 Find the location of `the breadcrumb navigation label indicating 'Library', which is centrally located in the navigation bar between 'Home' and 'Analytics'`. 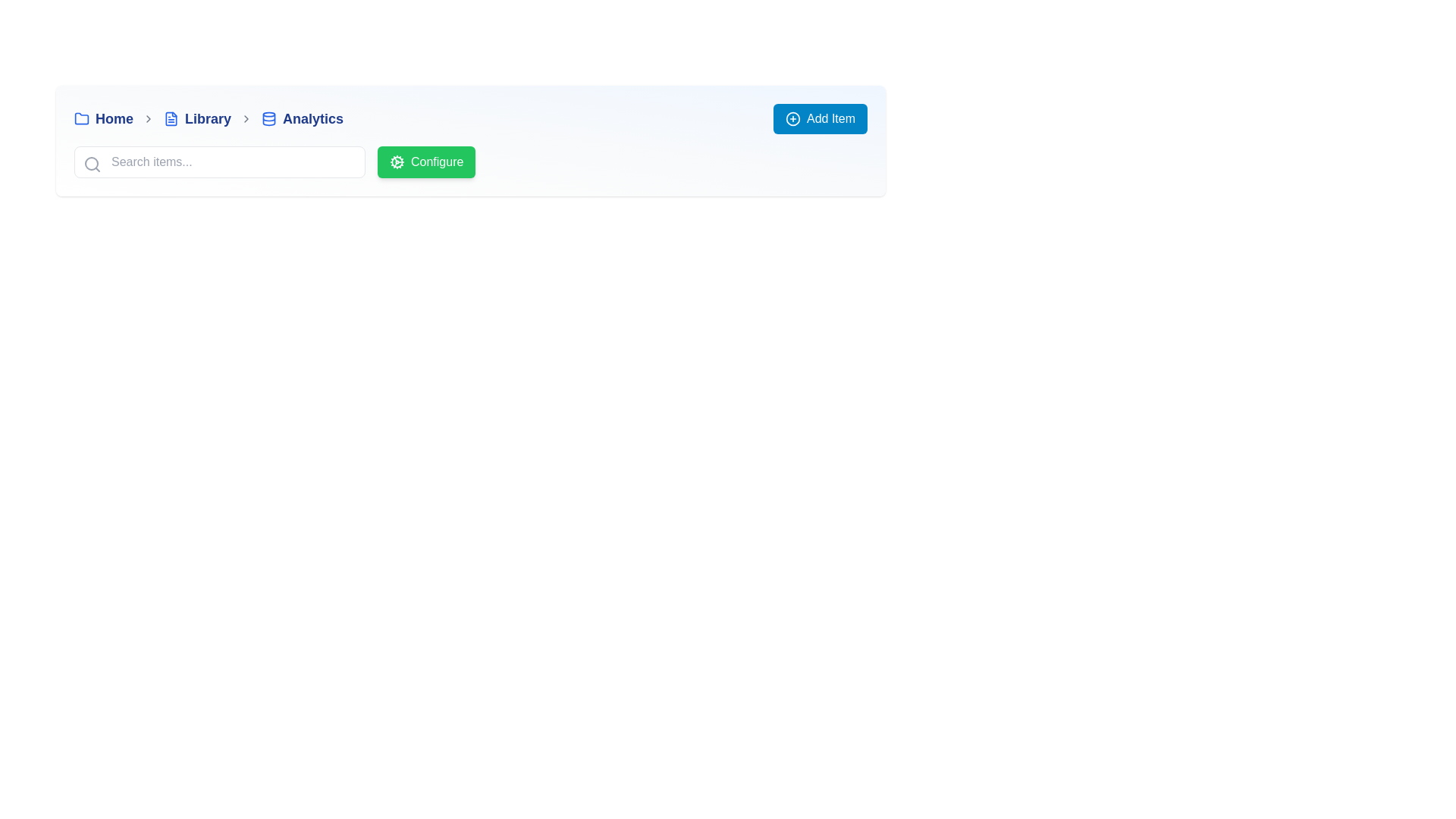

the breadcrumb navigation label indicating 'Library', which is centrally located in the navigation bar between 'Home' and 'Analytics' is located at coordinates (207, 118).